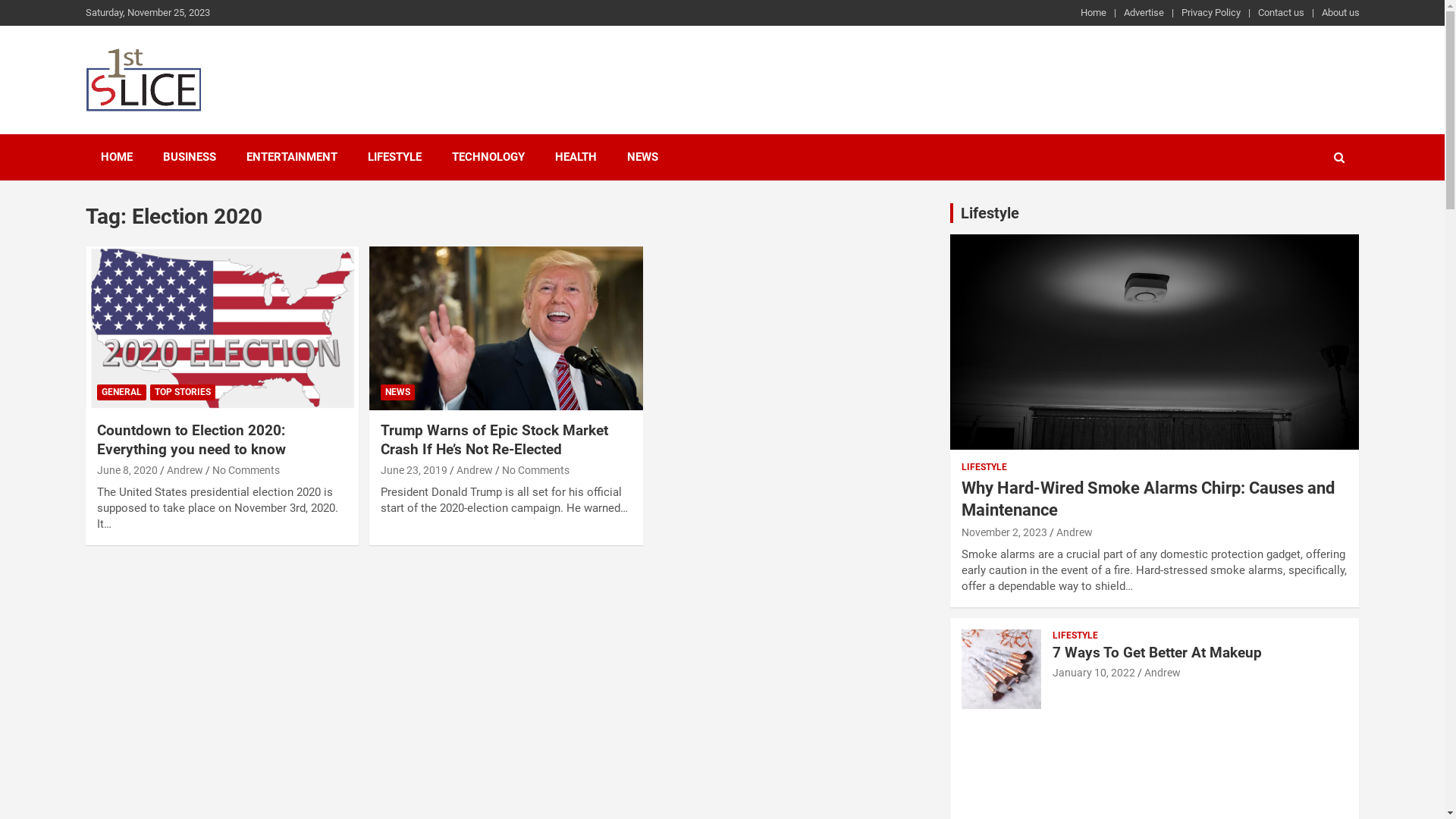  Describe the element at coordinates (1320, 12) in the screenshot. I see `'About us'` at that location.